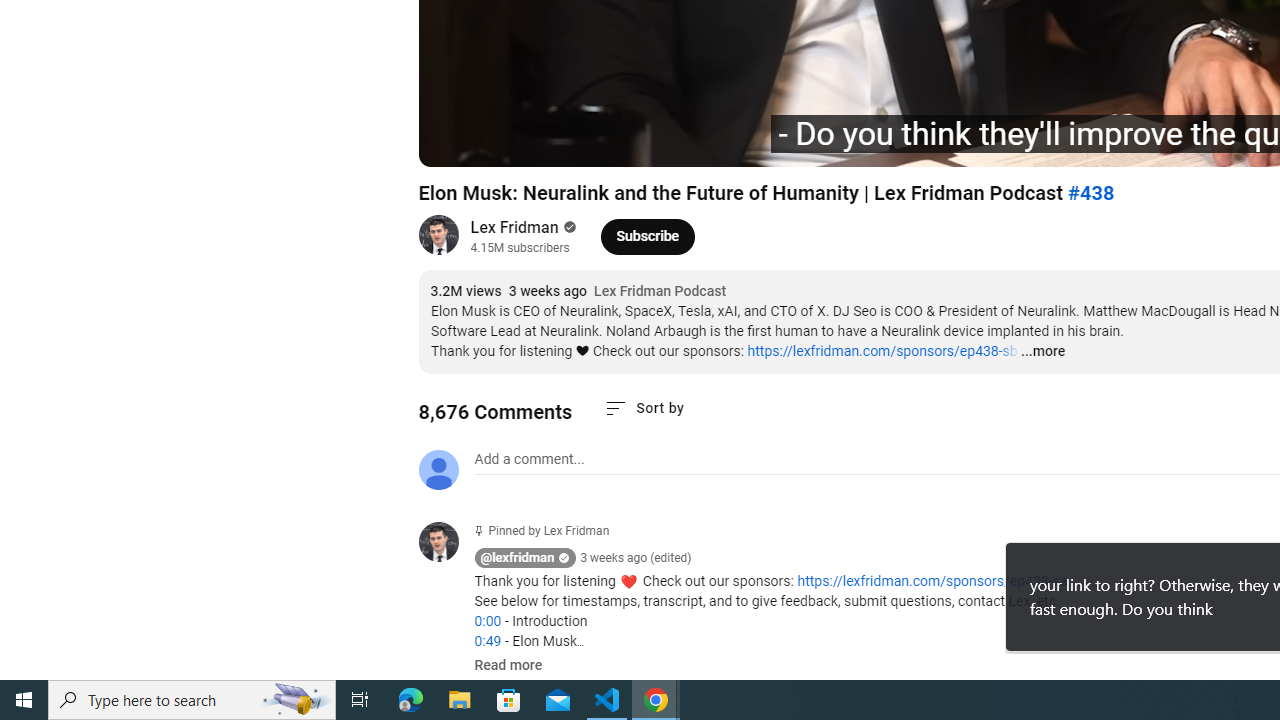 The width and height of the screenshot is (1280, 720). I want to click on 'Default profile photo', so click(438, 470).